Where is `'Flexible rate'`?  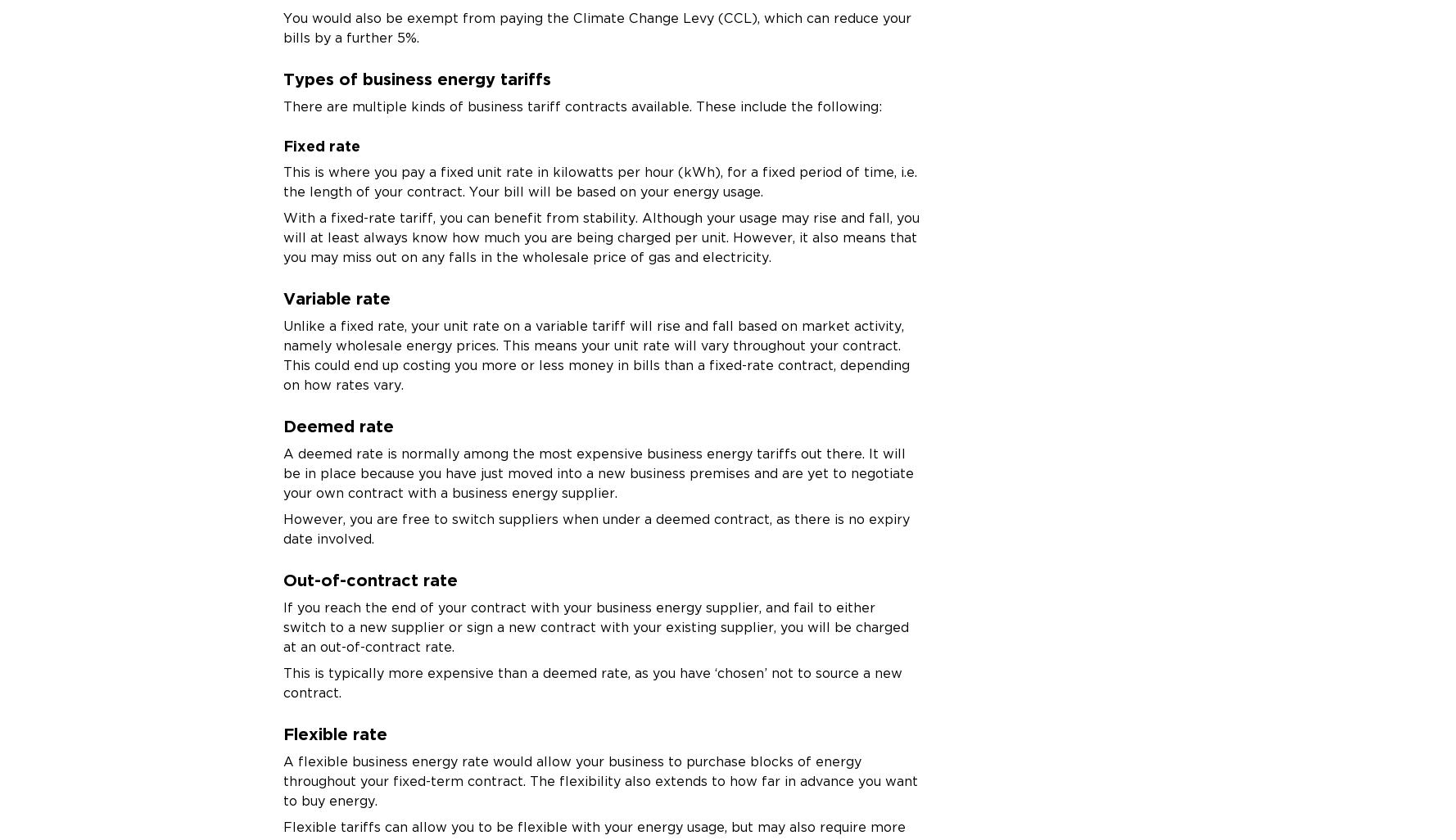 'Flexible rate' is located at coordinates (335, 733).